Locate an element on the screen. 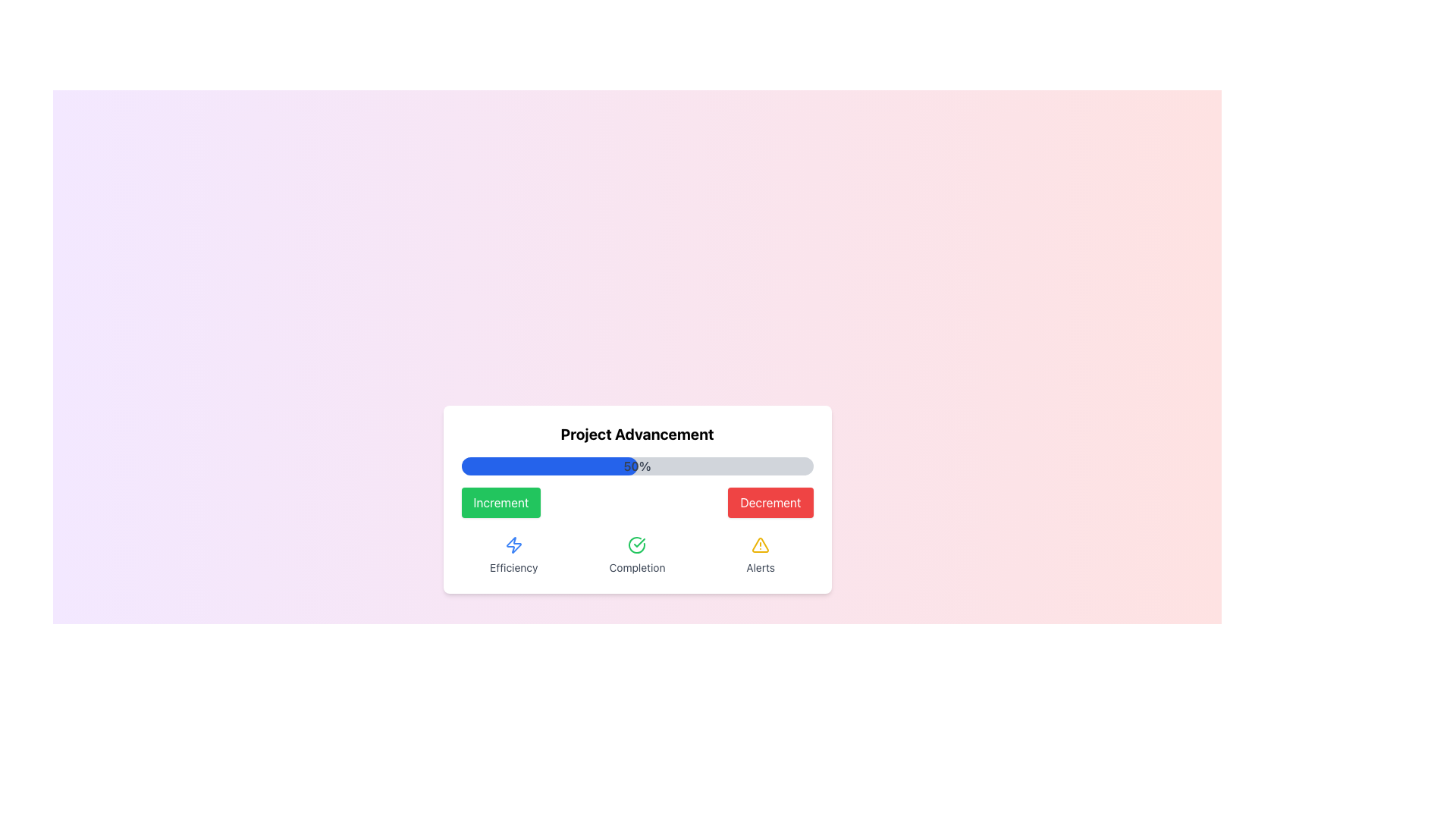 The width and height of the screenshot is (1456, 819). the 'Efficiency' icon located at the bottom row of features in the lower section of the interface is located at coordinates (513, 544).